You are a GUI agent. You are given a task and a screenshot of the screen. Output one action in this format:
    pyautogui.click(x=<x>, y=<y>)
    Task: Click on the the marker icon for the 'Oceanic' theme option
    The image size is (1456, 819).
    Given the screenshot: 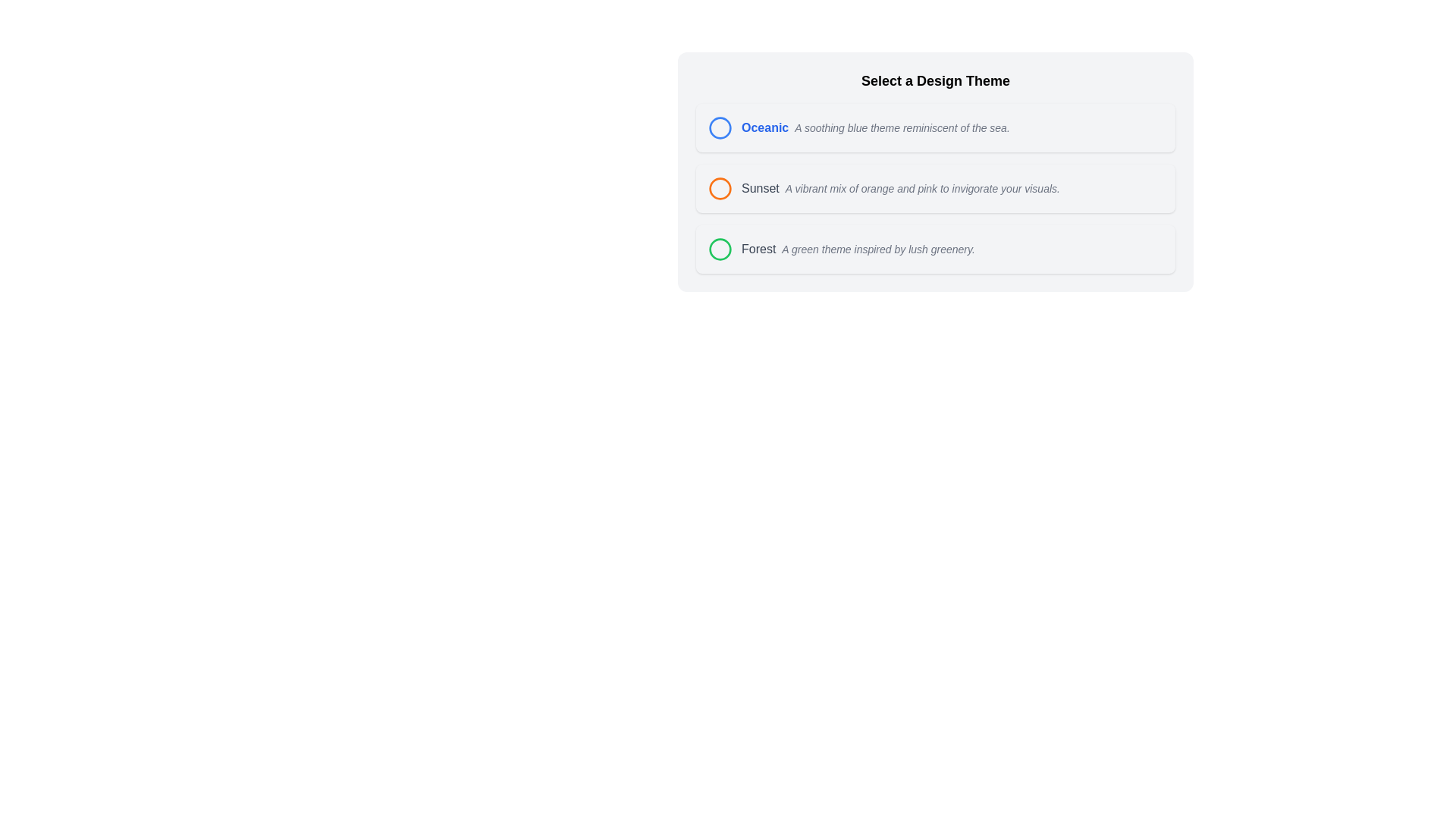 What is the action you would take?
    pyautogui.click(x=720, y=127)
    